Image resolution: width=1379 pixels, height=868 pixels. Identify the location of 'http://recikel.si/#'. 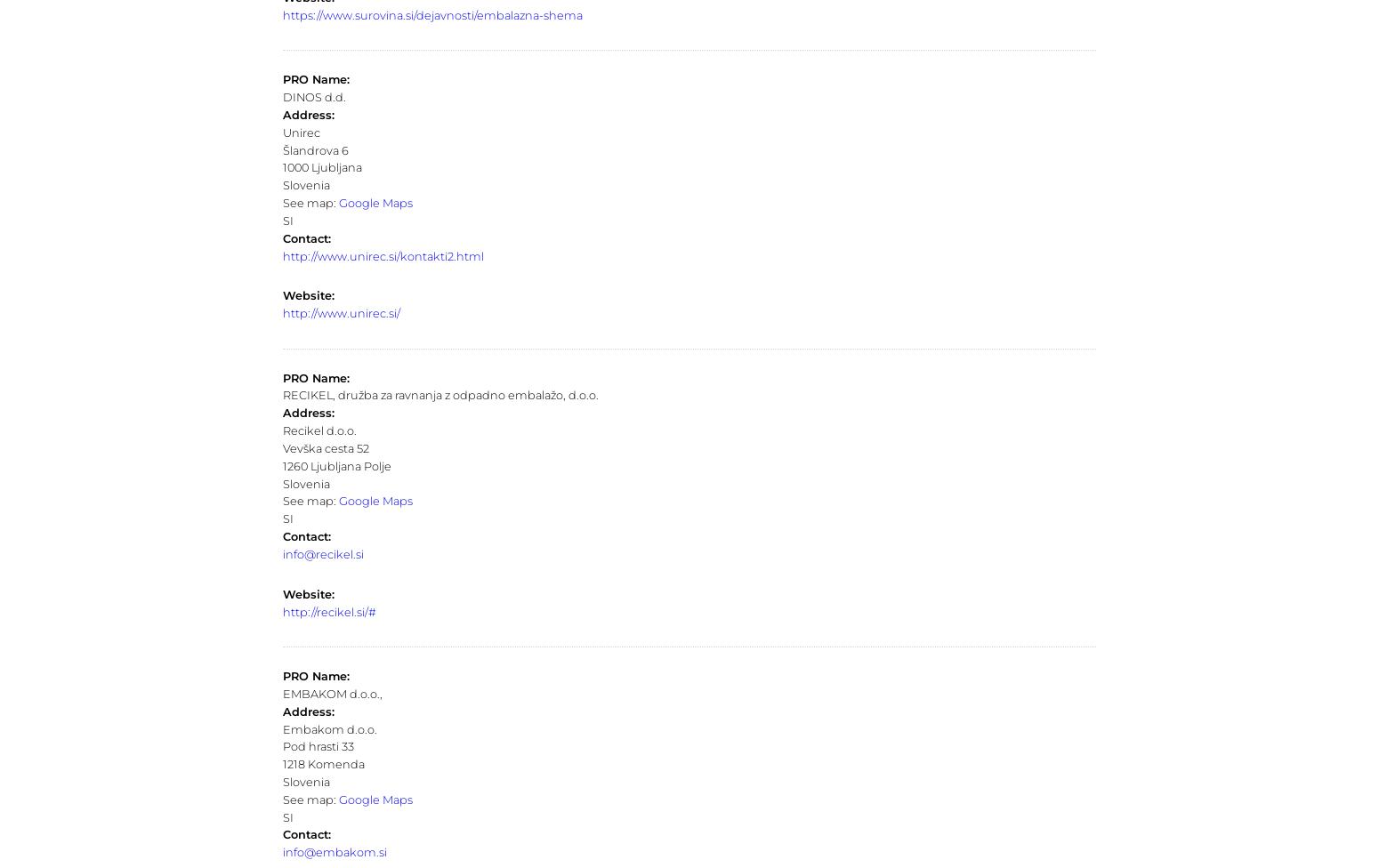
(327, 610).